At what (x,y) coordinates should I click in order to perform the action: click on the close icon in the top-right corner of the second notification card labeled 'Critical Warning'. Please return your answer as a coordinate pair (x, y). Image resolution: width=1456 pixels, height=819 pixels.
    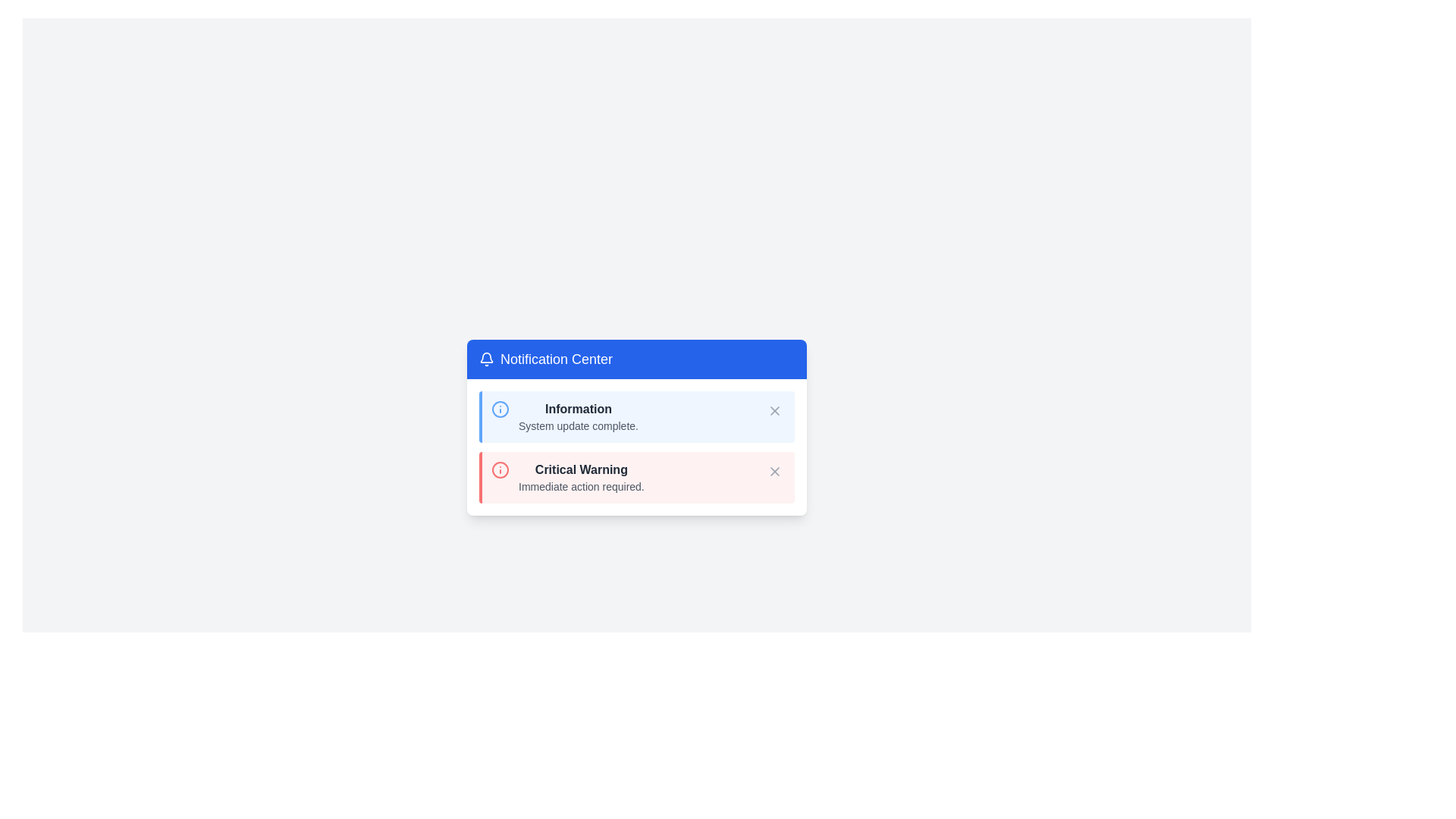
    Looking at the image, I should click on (775, 470).